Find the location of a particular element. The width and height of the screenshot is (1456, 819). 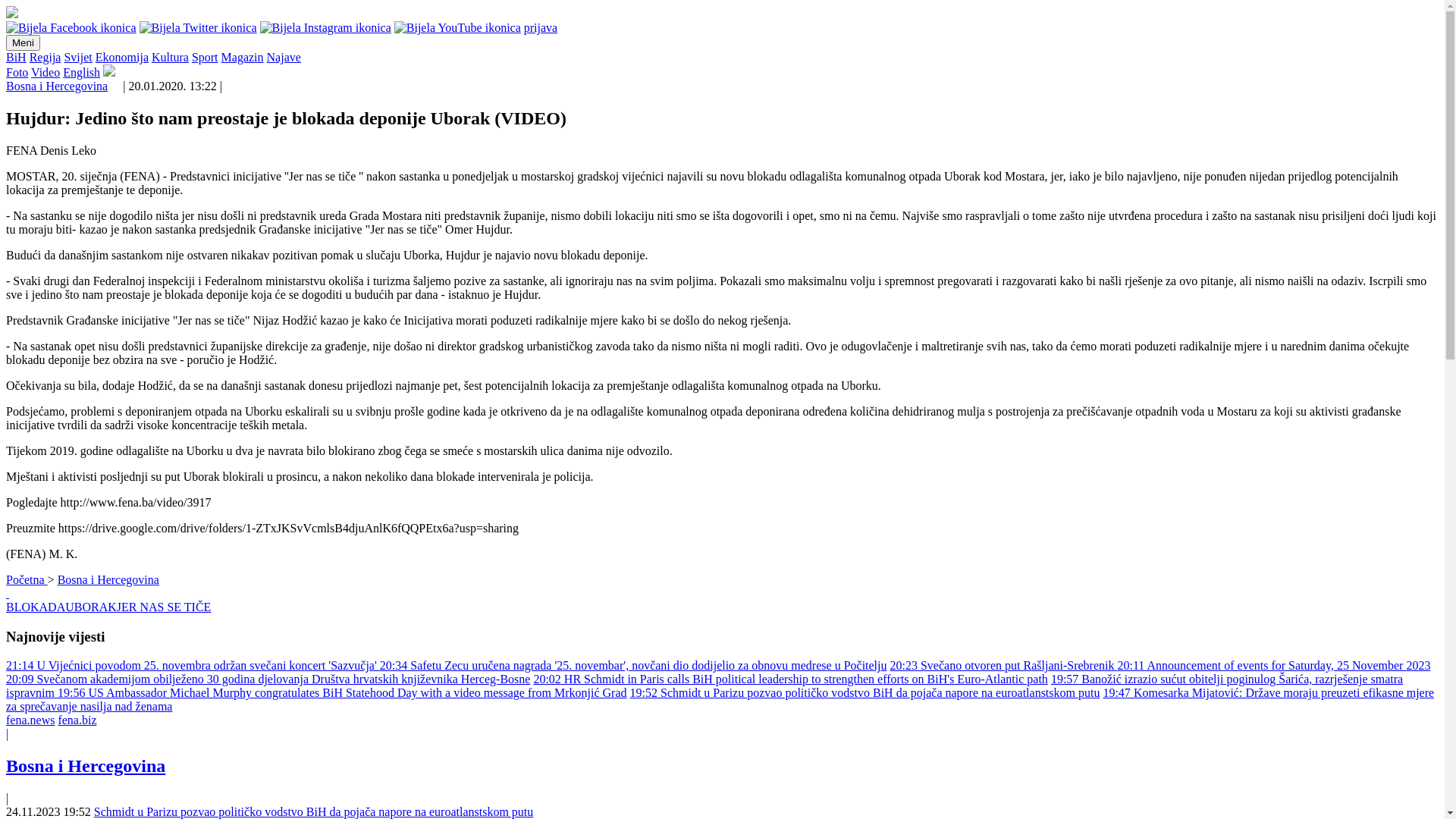

'Magazin' is located at coordinates (243, 56).